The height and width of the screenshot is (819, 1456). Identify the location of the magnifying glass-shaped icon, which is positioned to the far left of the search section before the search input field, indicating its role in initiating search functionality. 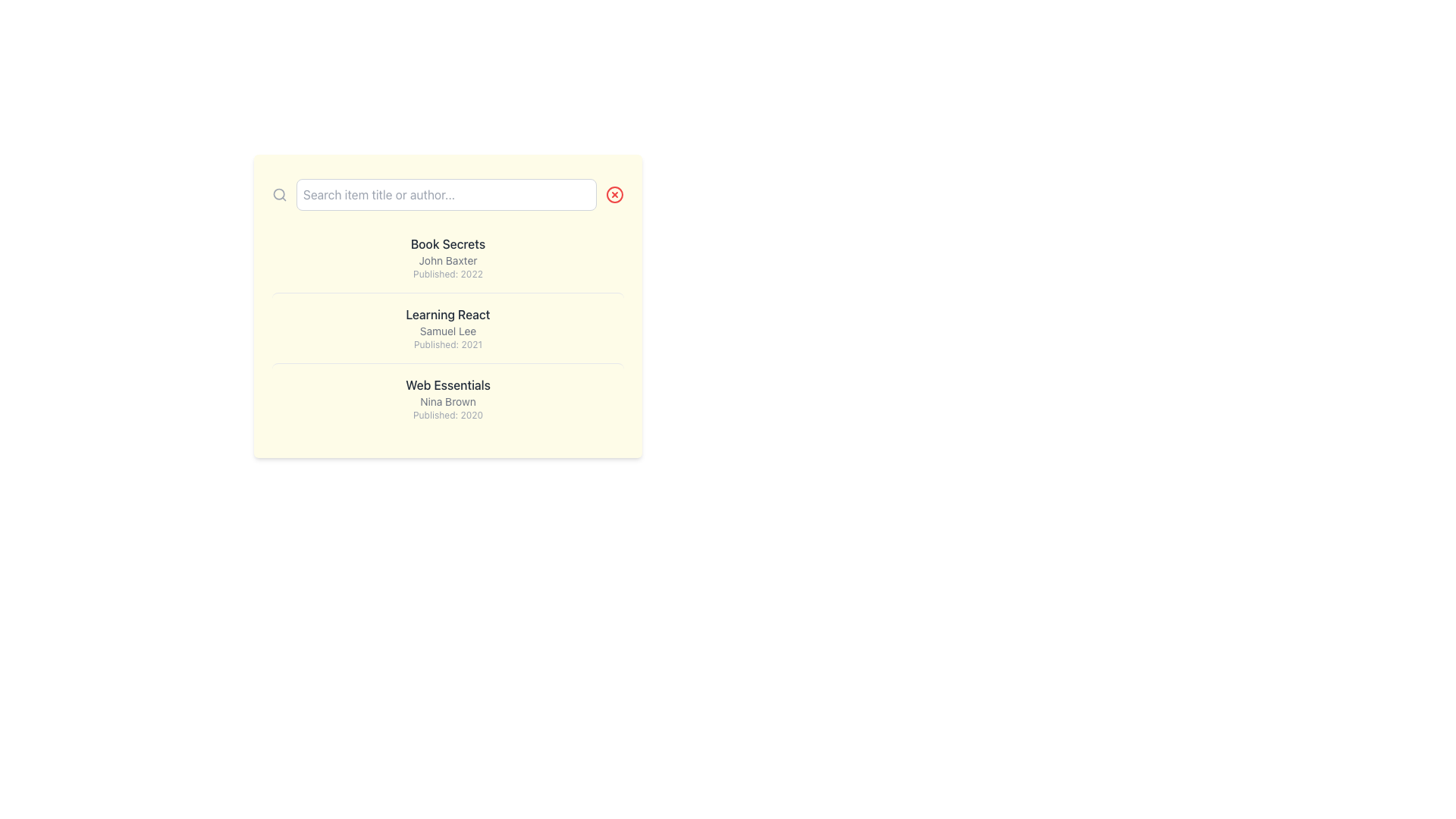
(280, 194).